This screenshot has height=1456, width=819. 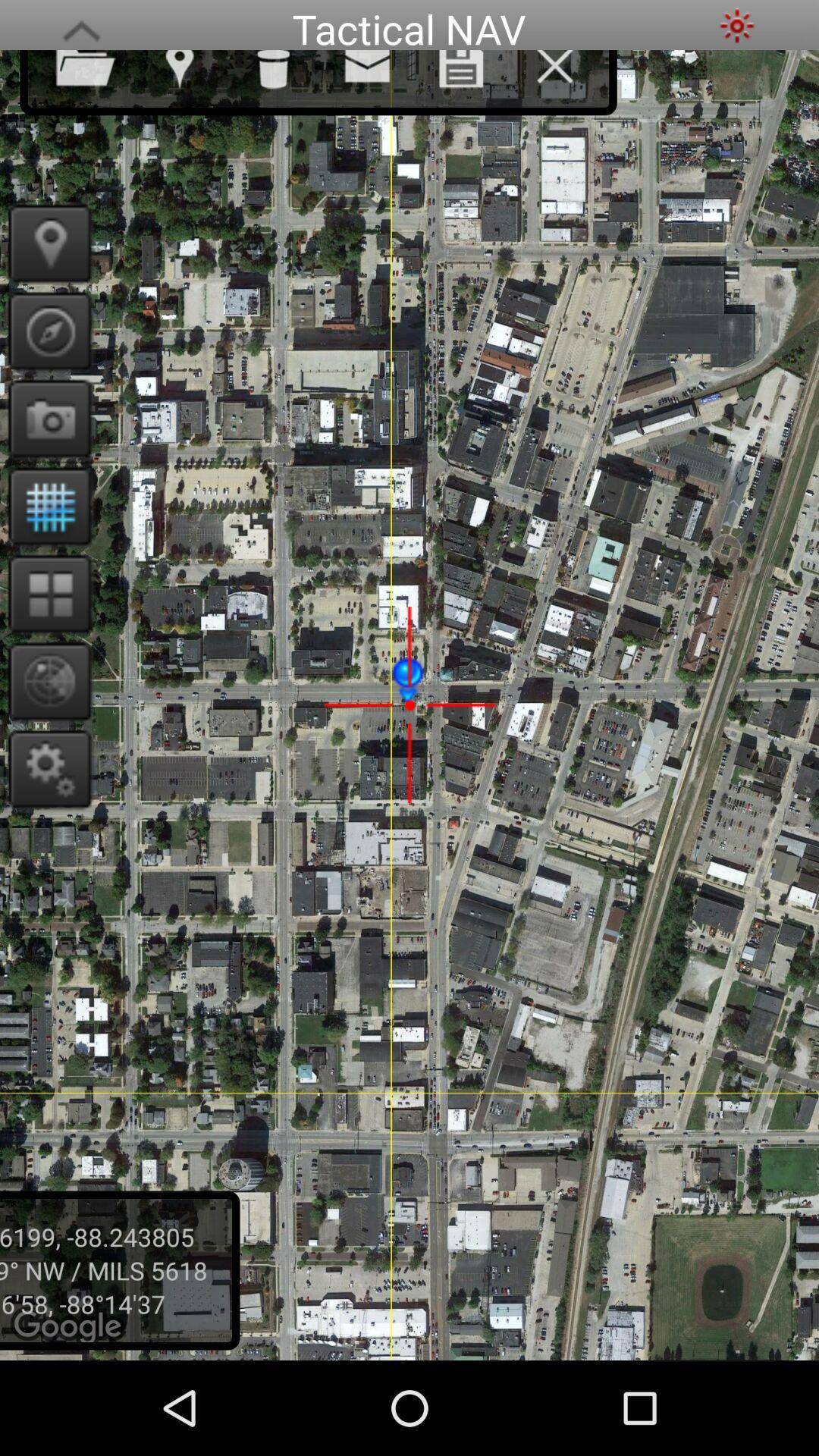 I want to click on the item to the right of the tactical nav item, so click(x=736, y=25).